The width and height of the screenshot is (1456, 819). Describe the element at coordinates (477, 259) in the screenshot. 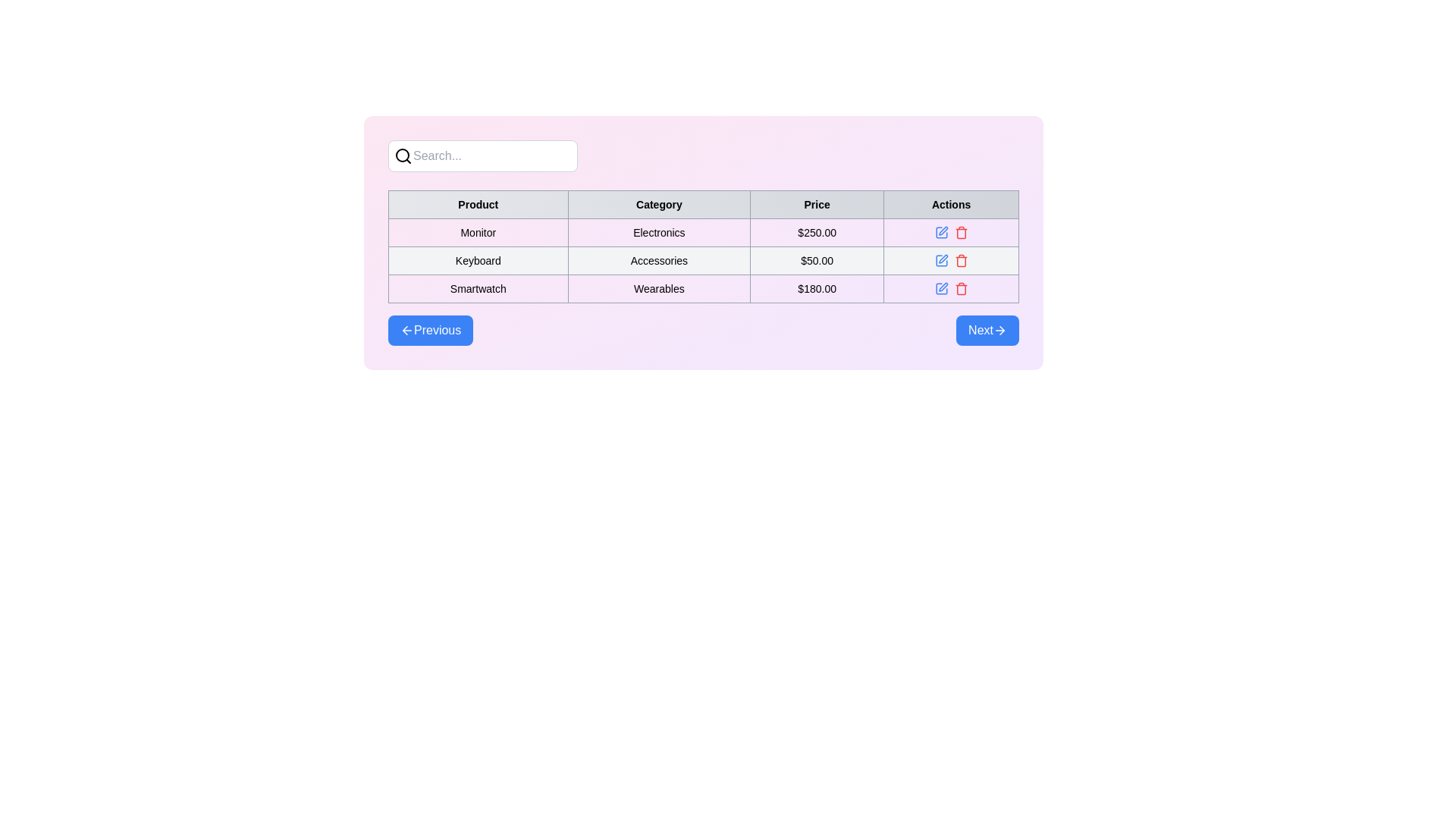

I see `text label indicating the product name 'Keyboard' located in the second row and first column of the product details table` at that location.